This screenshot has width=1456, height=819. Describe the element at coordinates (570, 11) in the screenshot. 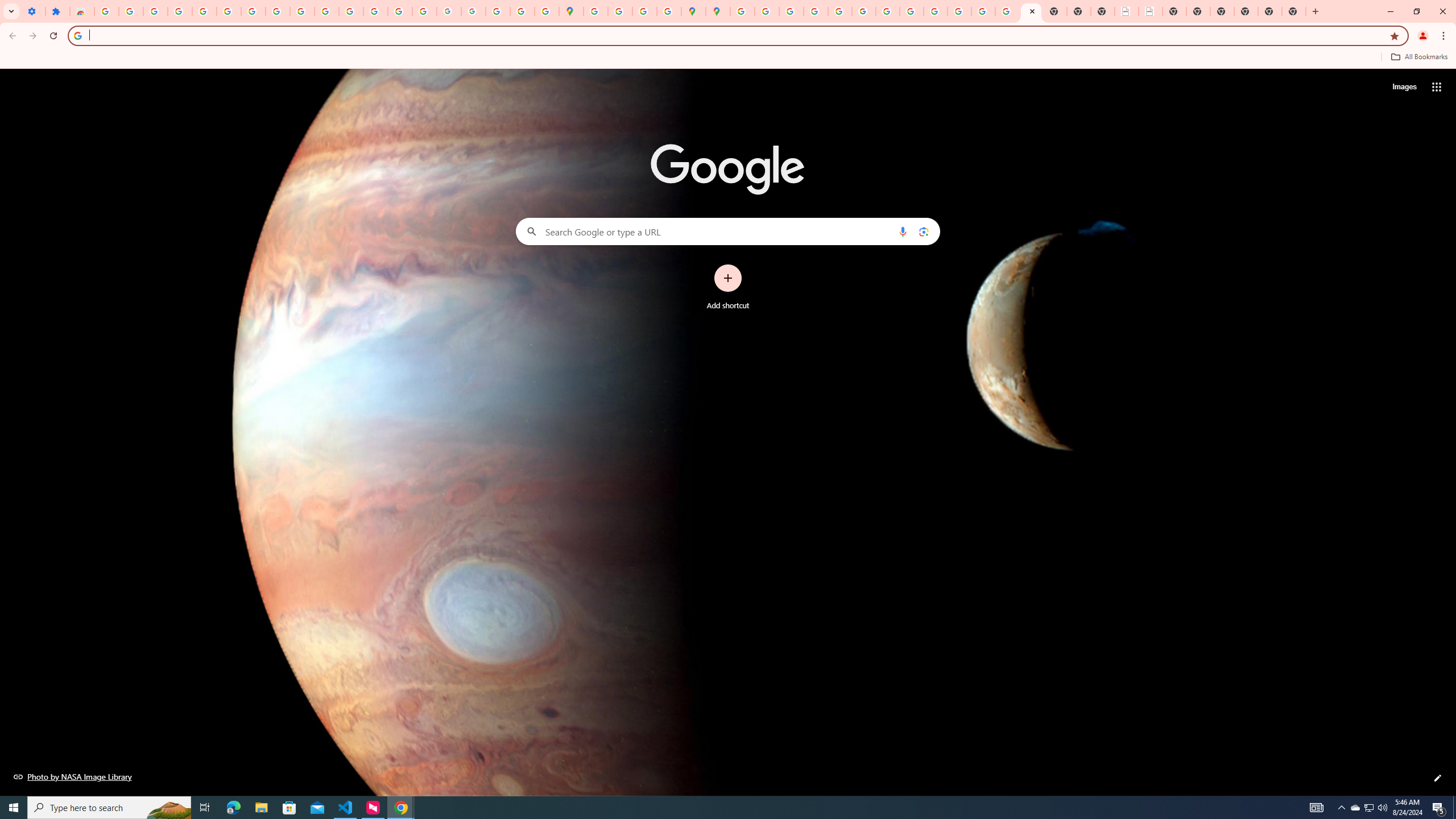

I see `'Google Maps'` at that location.